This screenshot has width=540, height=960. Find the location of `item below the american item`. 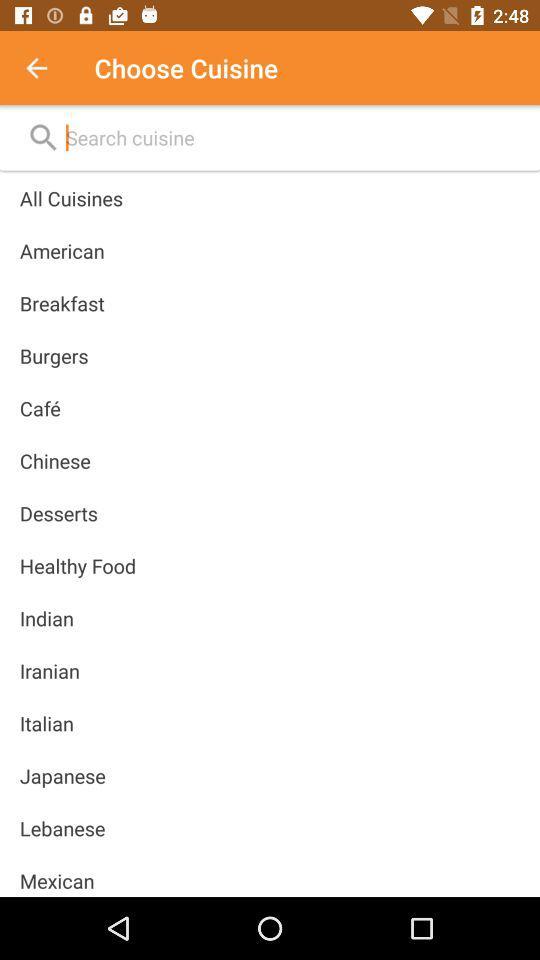

item below the american item is located at coordinates (62, 303).